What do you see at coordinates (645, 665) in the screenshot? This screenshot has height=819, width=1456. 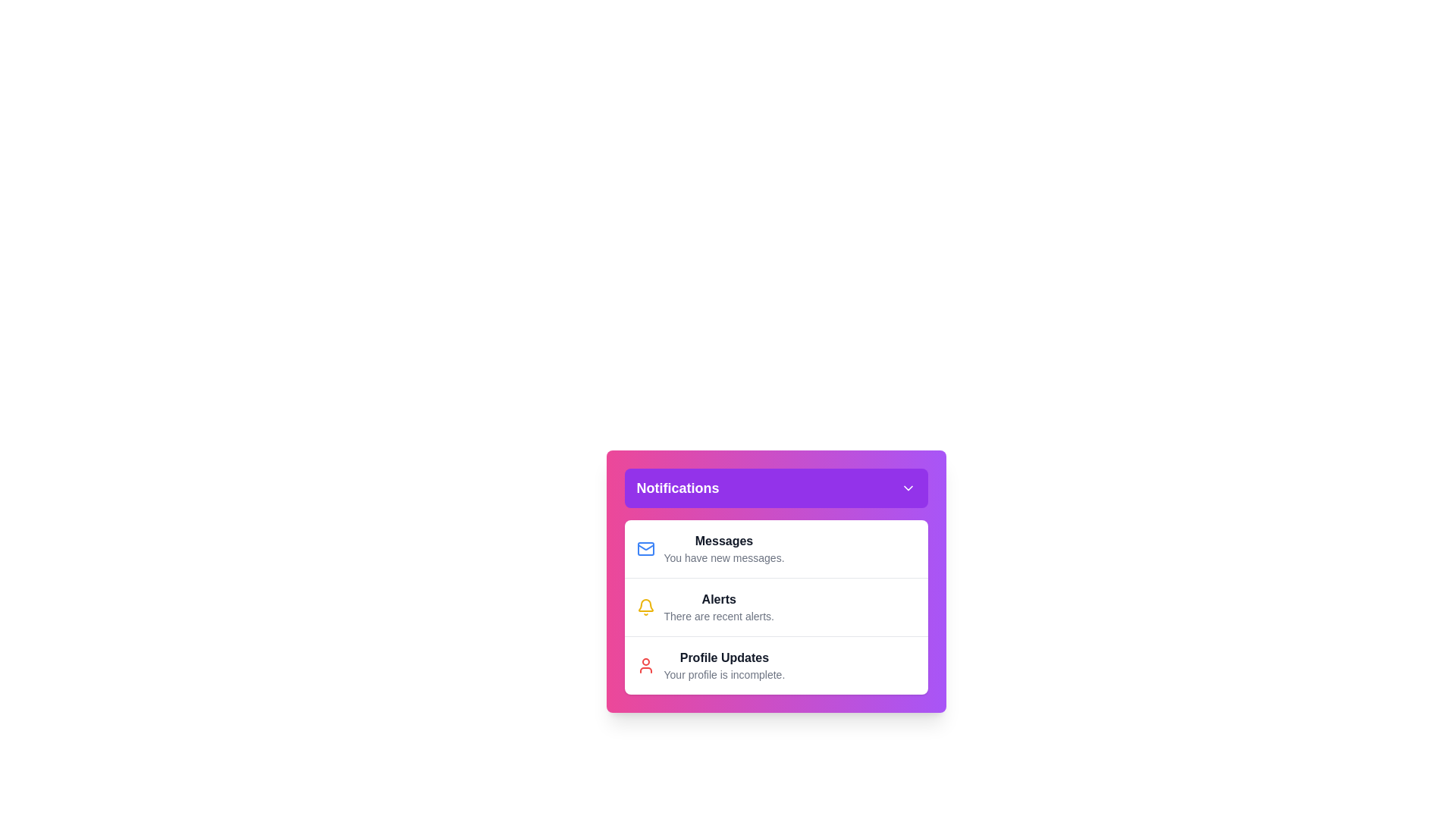 I see `the user-related updates icon located in the 'Profile Updates' notification row in the Notifications dropdown, positioned to the far left of the accompanying text 'Profile Updates'` at bounding box center [645, 665].